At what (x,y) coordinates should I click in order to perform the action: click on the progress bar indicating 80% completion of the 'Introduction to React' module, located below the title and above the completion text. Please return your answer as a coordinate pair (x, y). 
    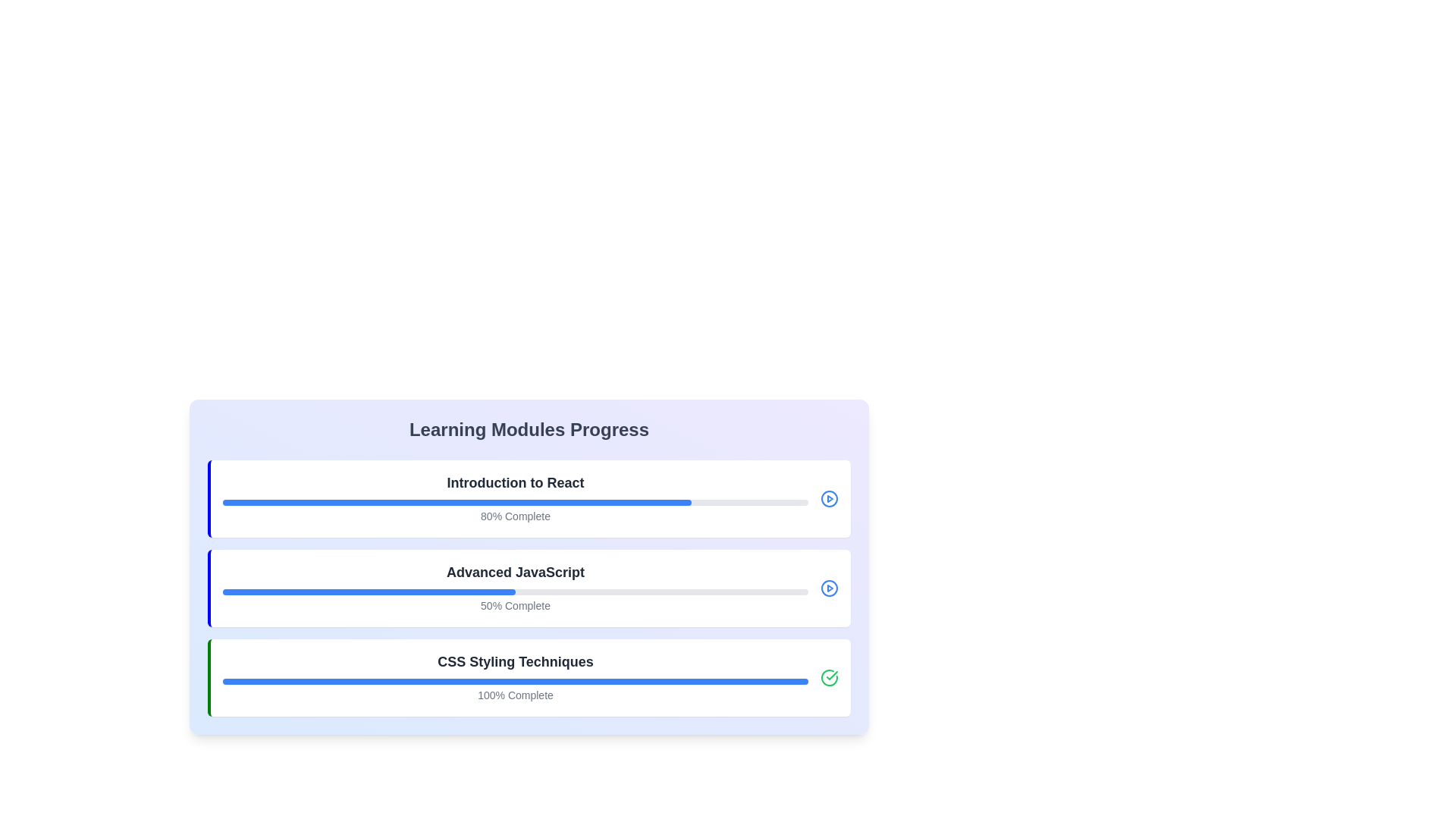
    Looking at the image, I should click on (516, 503).